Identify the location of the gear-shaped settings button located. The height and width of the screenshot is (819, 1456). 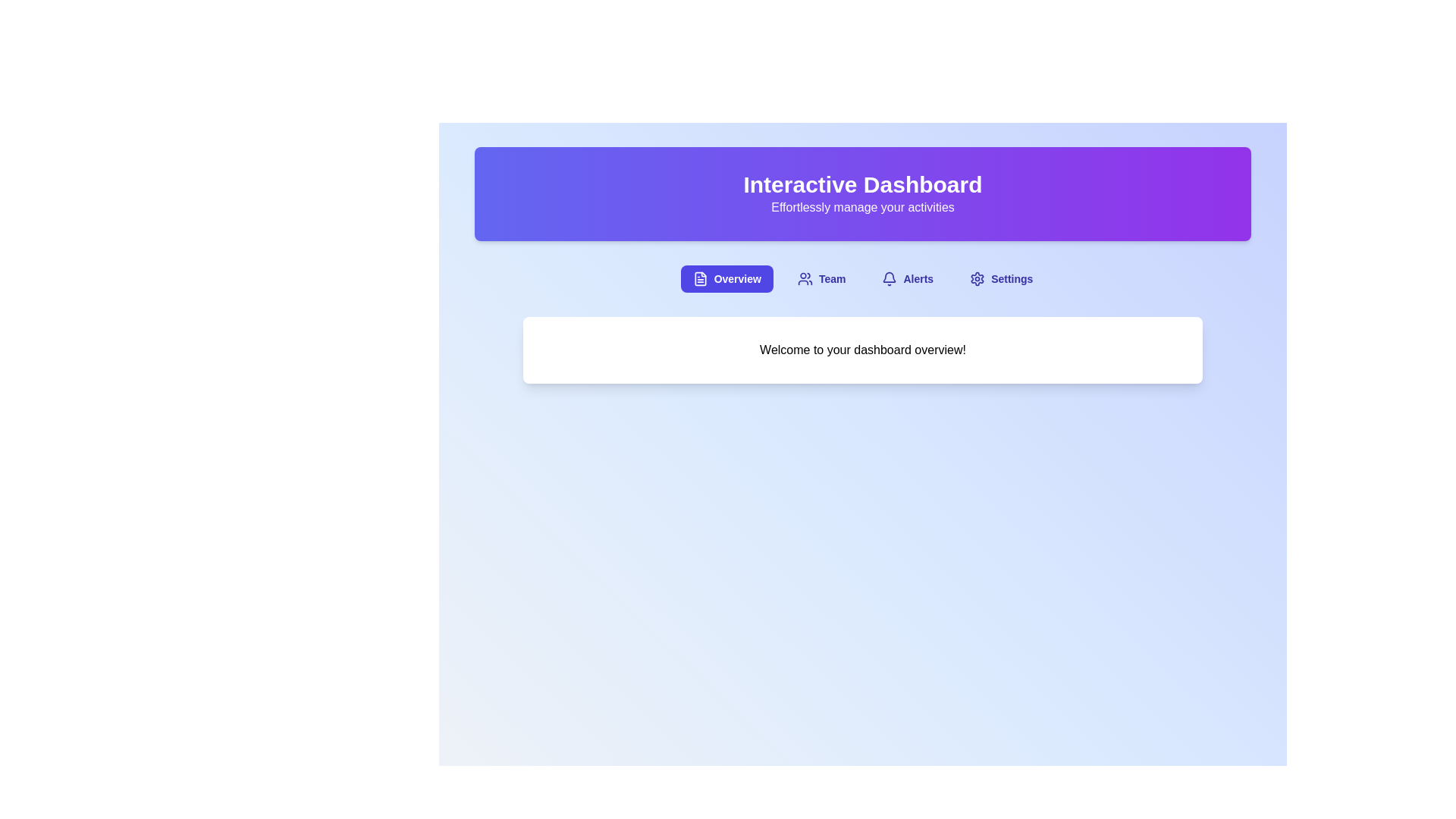
(977, 278).